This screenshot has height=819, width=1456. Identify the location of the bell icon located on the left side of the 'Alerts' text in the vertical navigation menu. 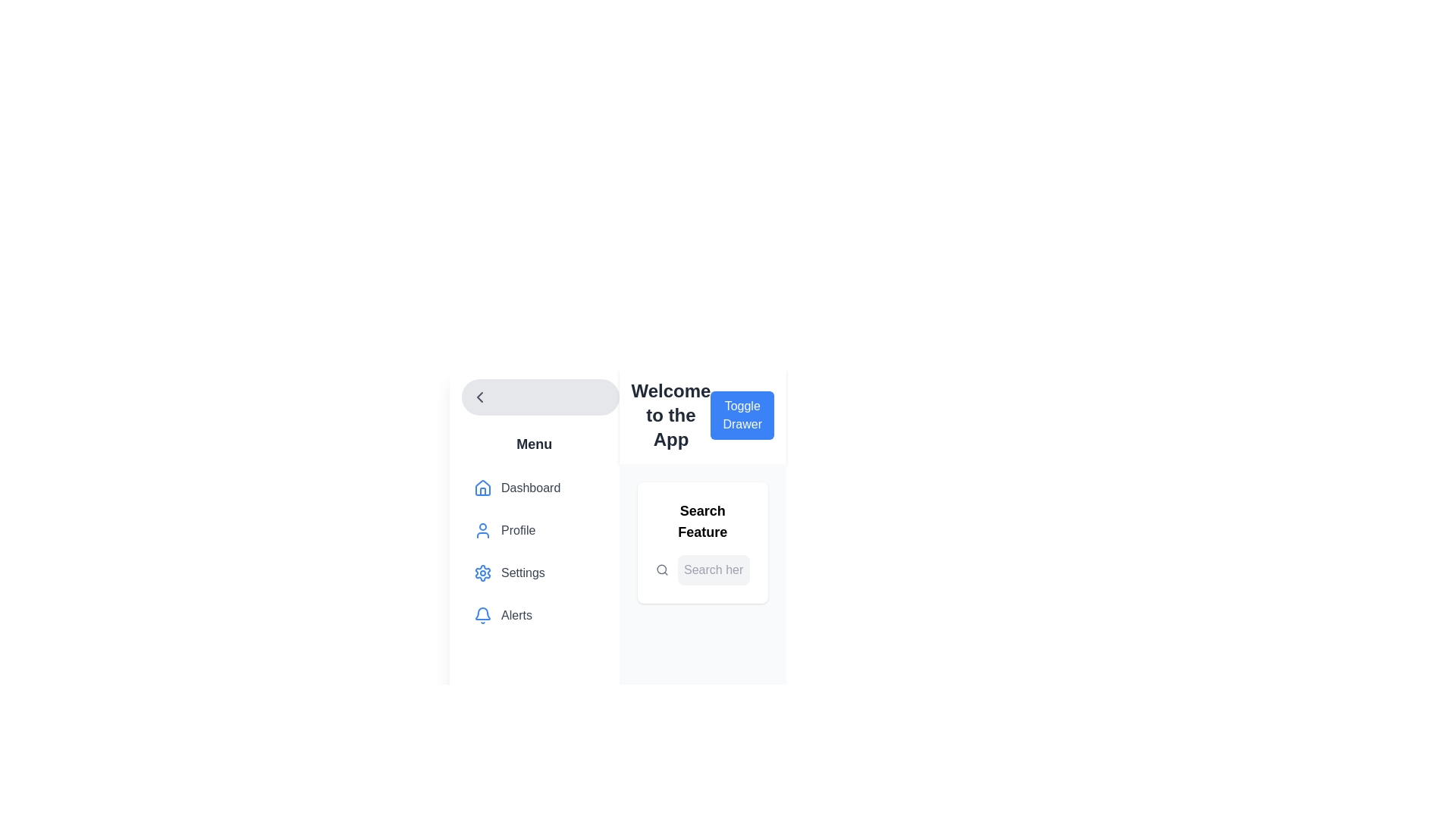
(482, 616).